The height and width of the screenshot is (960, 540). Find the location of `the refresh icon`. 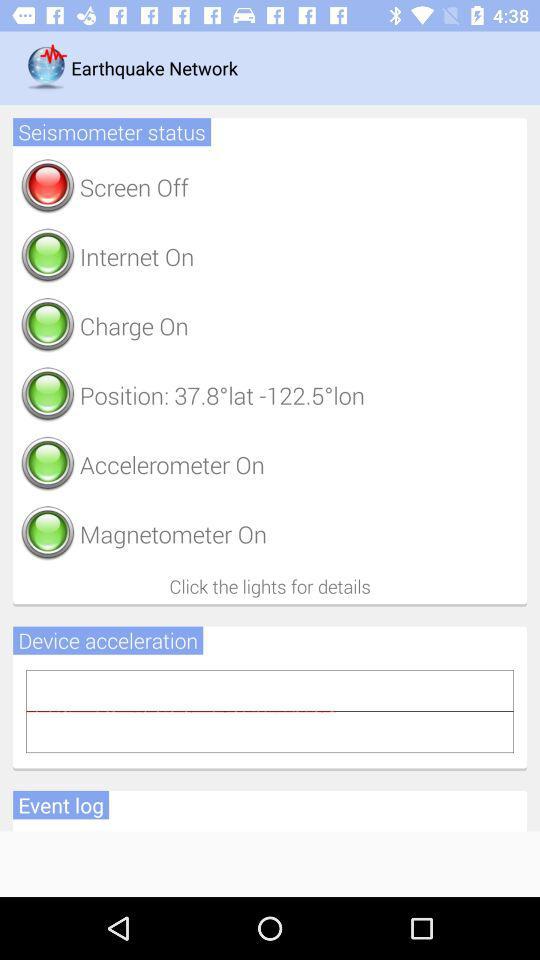

the refresh icon is located at coordinates (47, 187).